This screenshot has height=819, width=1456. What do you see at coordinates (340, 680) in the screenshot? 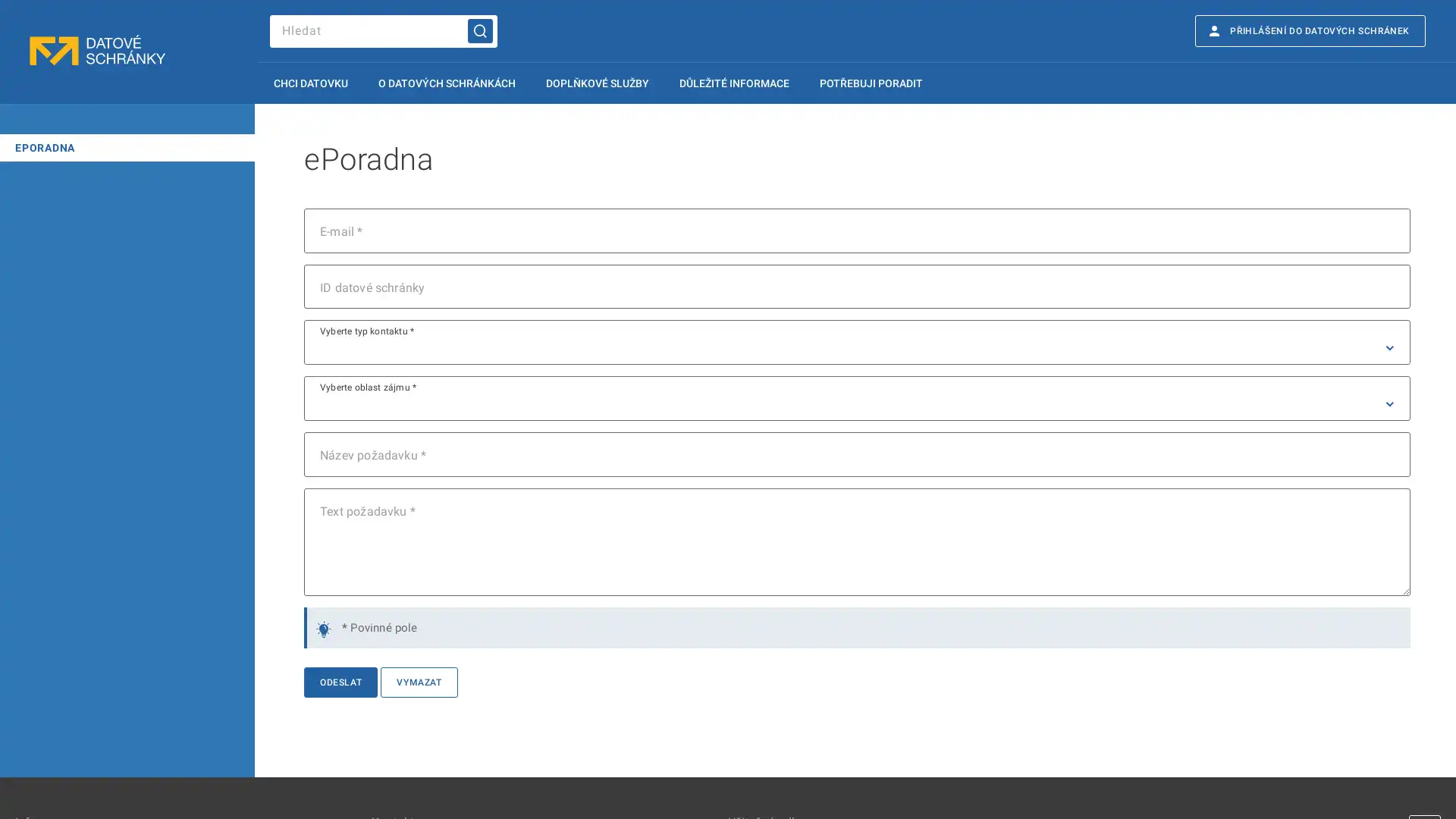
I see `ODESLAT` at bounding box center [340, 680].